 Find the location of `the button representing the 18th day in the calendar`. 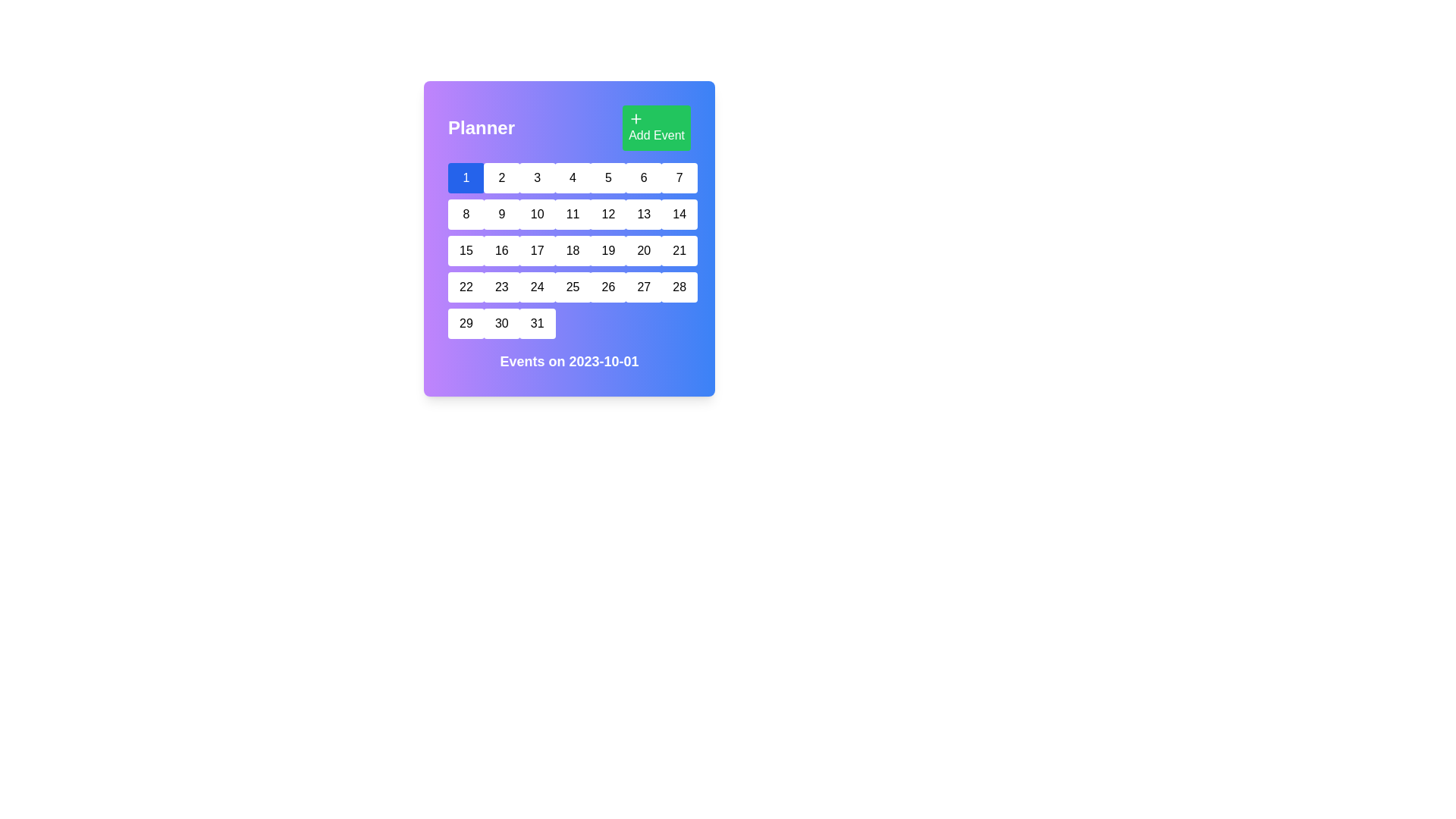

the button representing the 18th day in the calendar is located at coordinates (572, 250).